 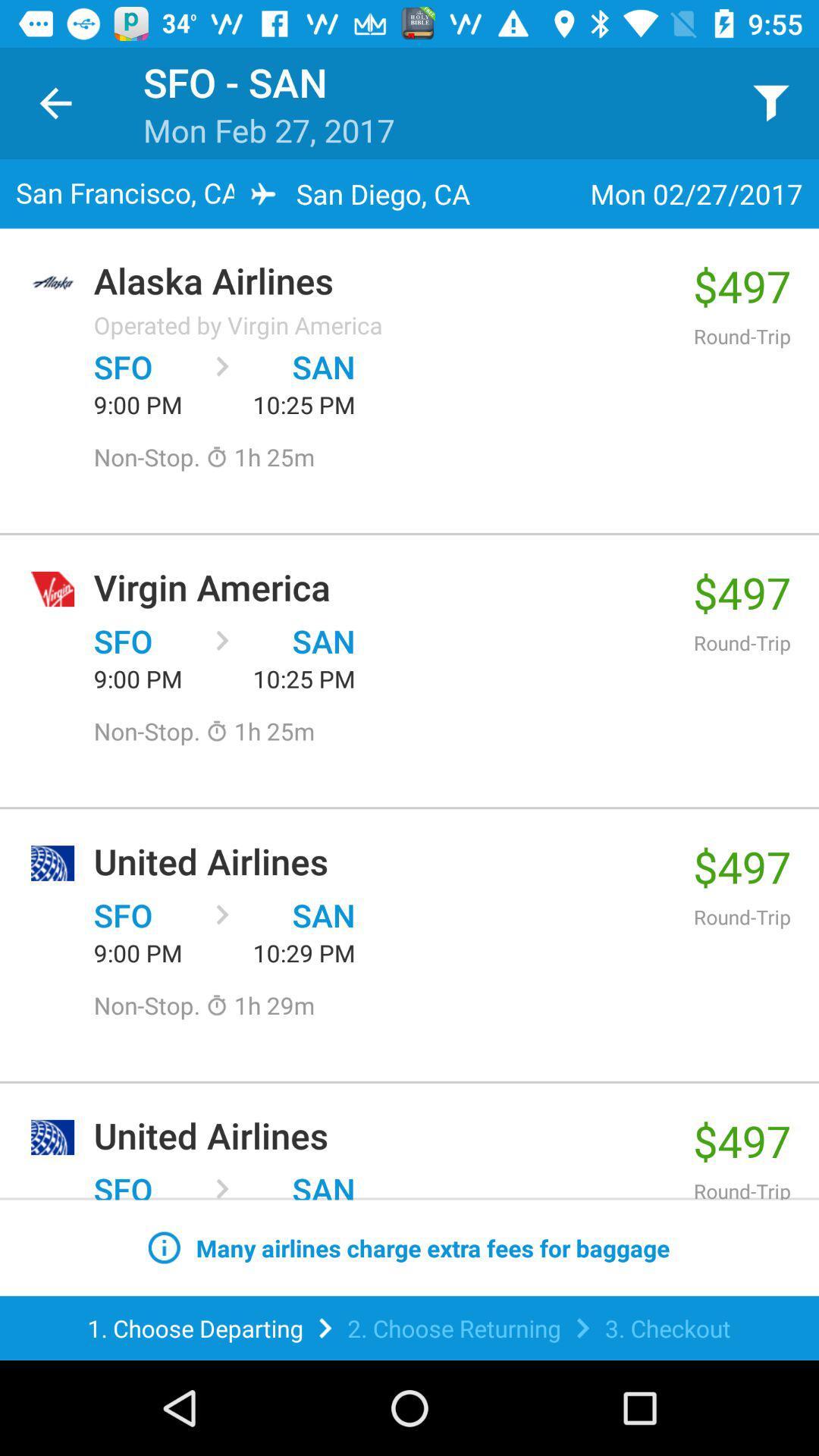 I want to click on the item above united airlines, so click(x=259, y=1005).